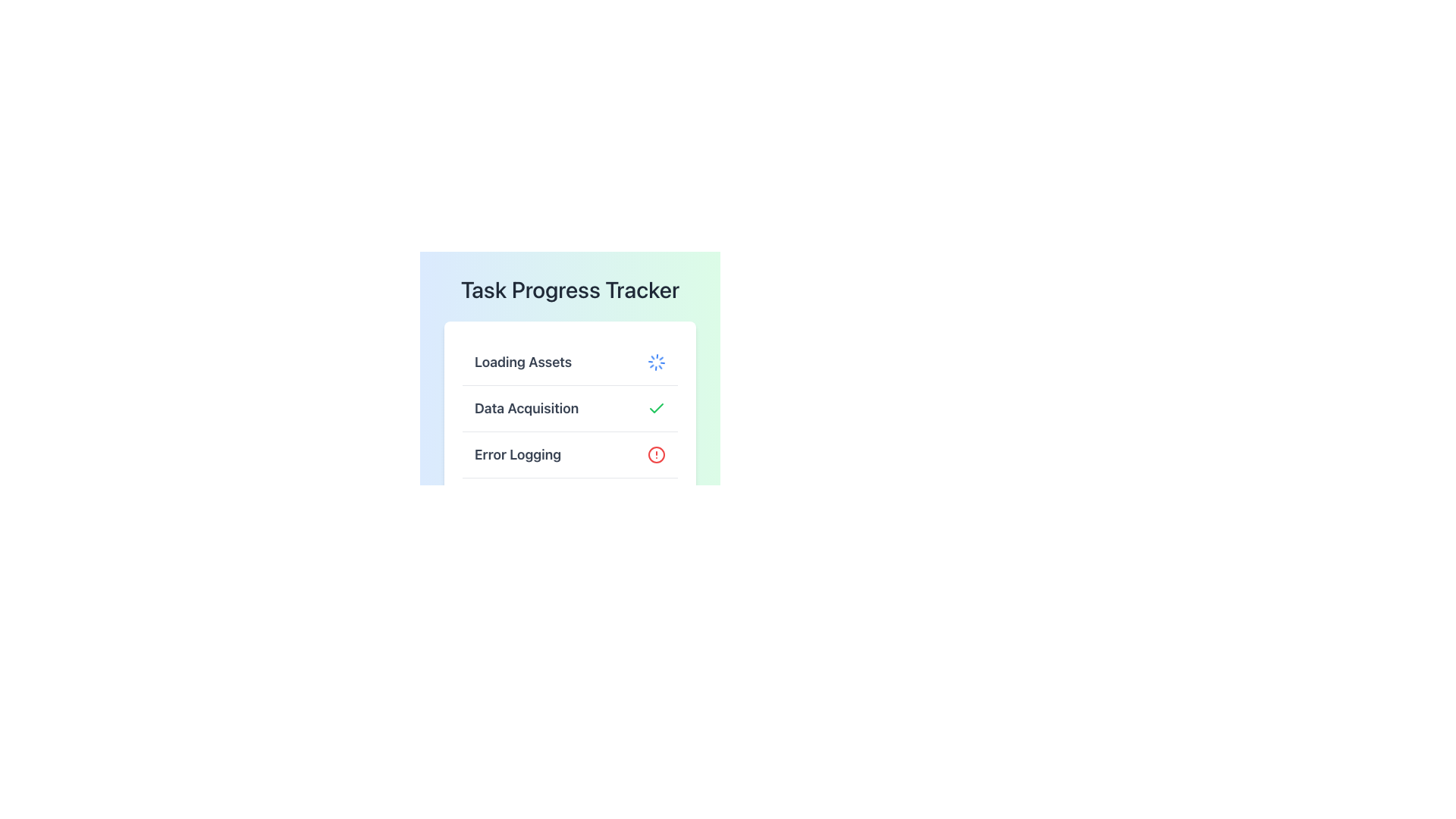 Image resolution: width=1456 pixels, height=819 pixels. Describe the element at coordinates (570, 408) in the screenshot. I see `text information from the status overview panel located below the 'Task Progress Tracker' header, which provides updates on 'Loading Assets', 'Data Acquisition', and 'Error Logging'` at that location.